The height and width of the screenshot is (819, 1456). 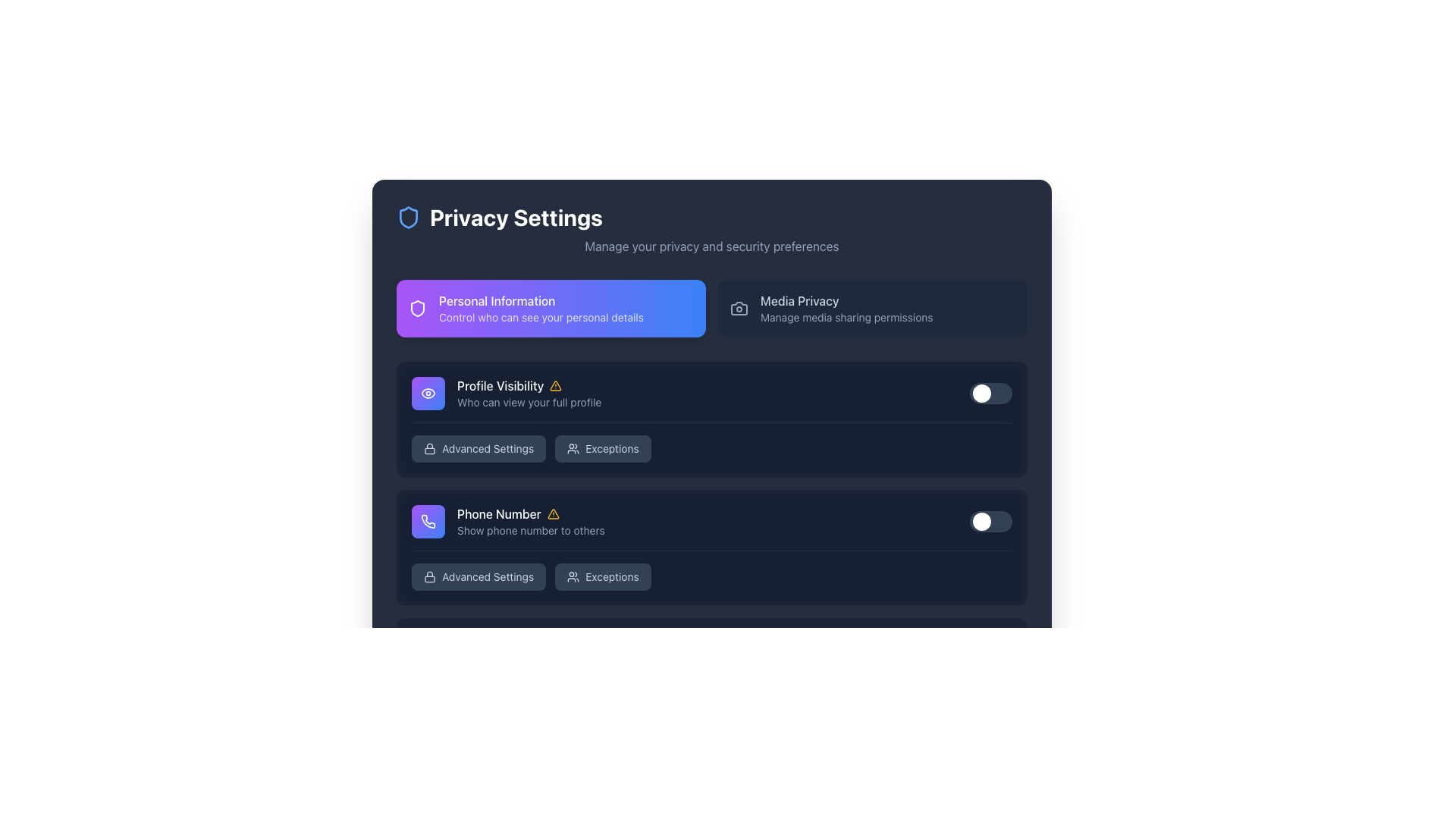 I want to click on the 'Exceptions' icon (SVG representation) located in the 'Profile Visibility' section, positioned to the left of the button's text, so click(x=573, y=447).